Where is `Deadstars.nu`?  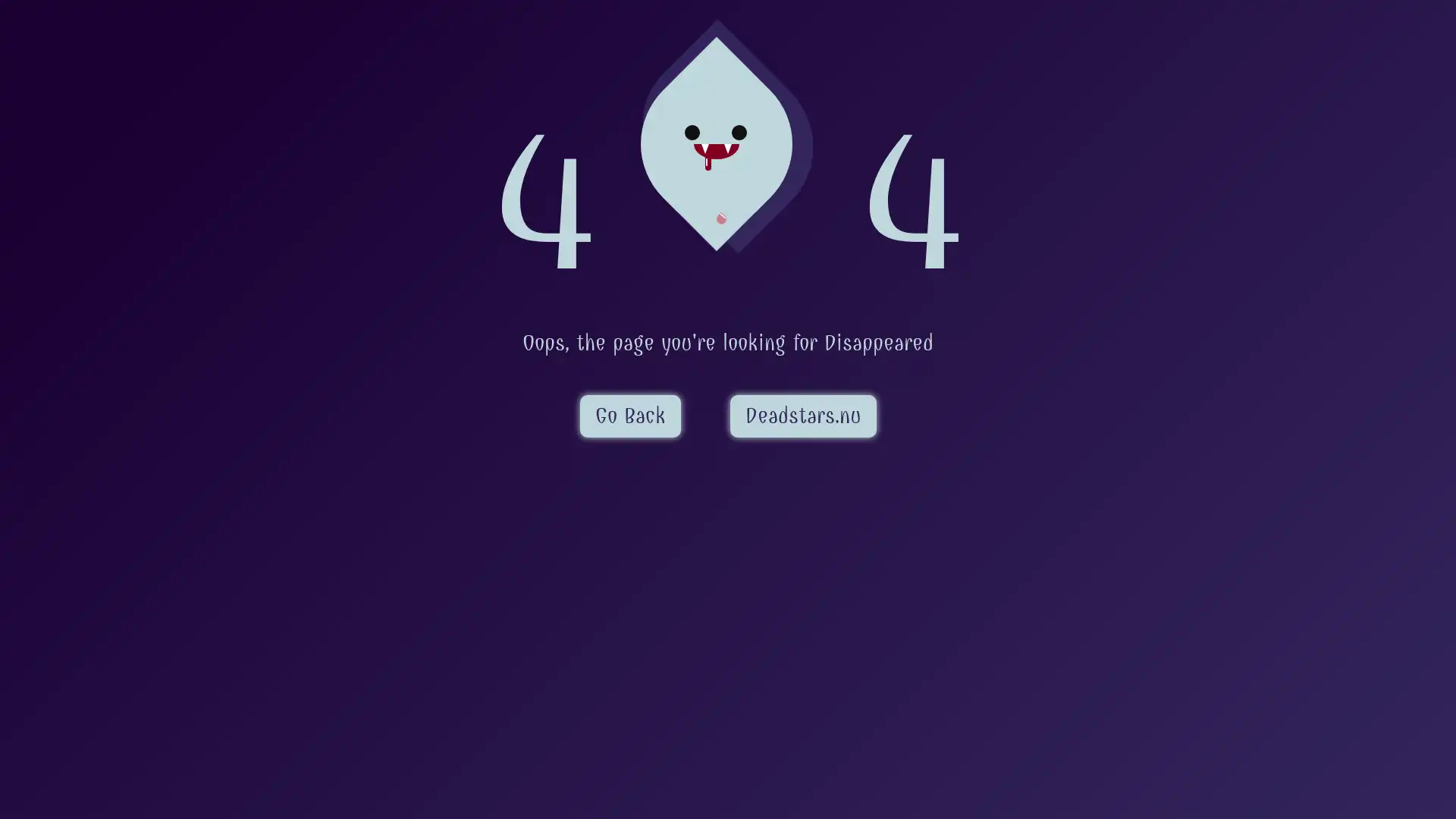 Deadstars.nu is located at coordinates (802, 416).